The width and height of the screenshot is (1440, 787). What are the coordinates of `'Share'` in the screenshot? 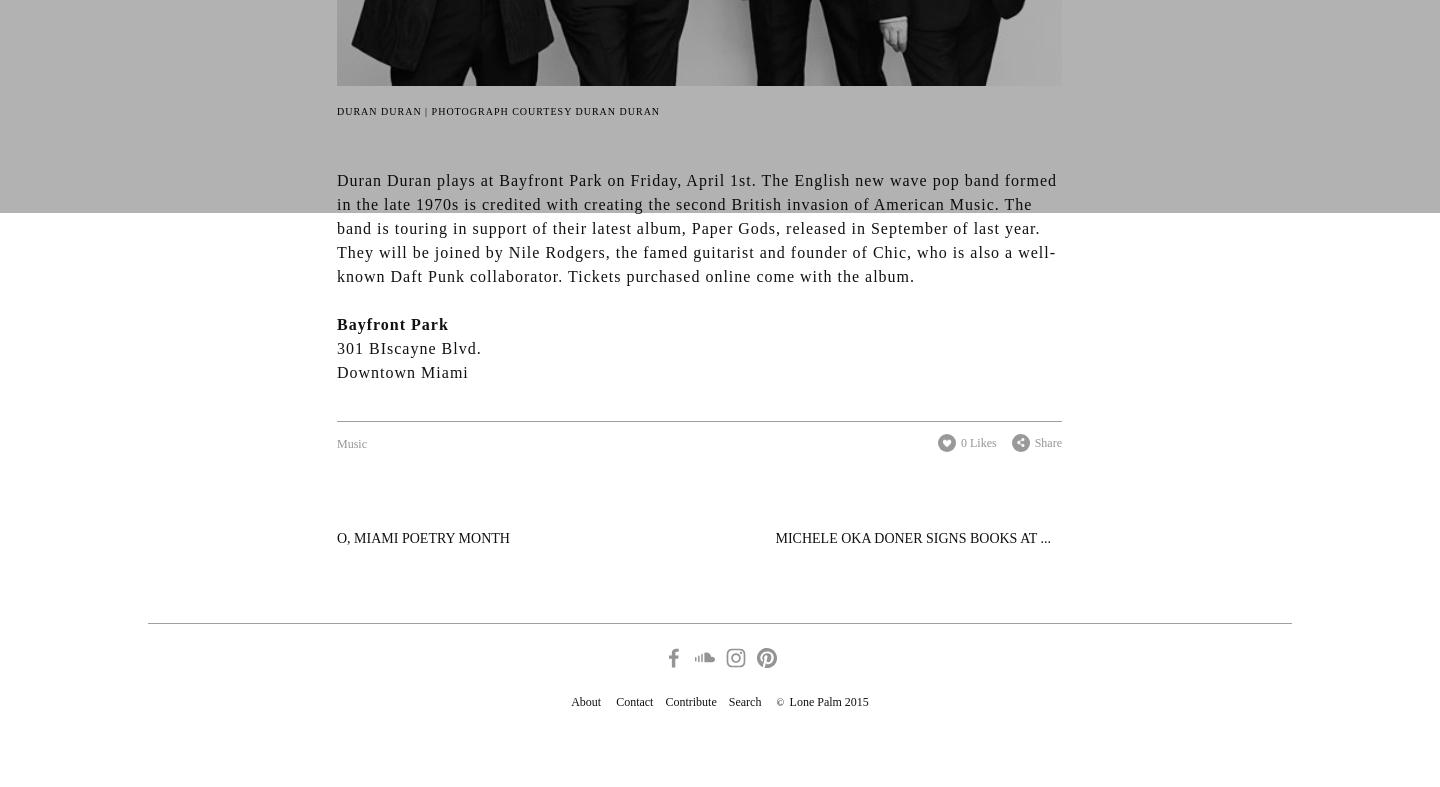 It's located at (1048, 441).